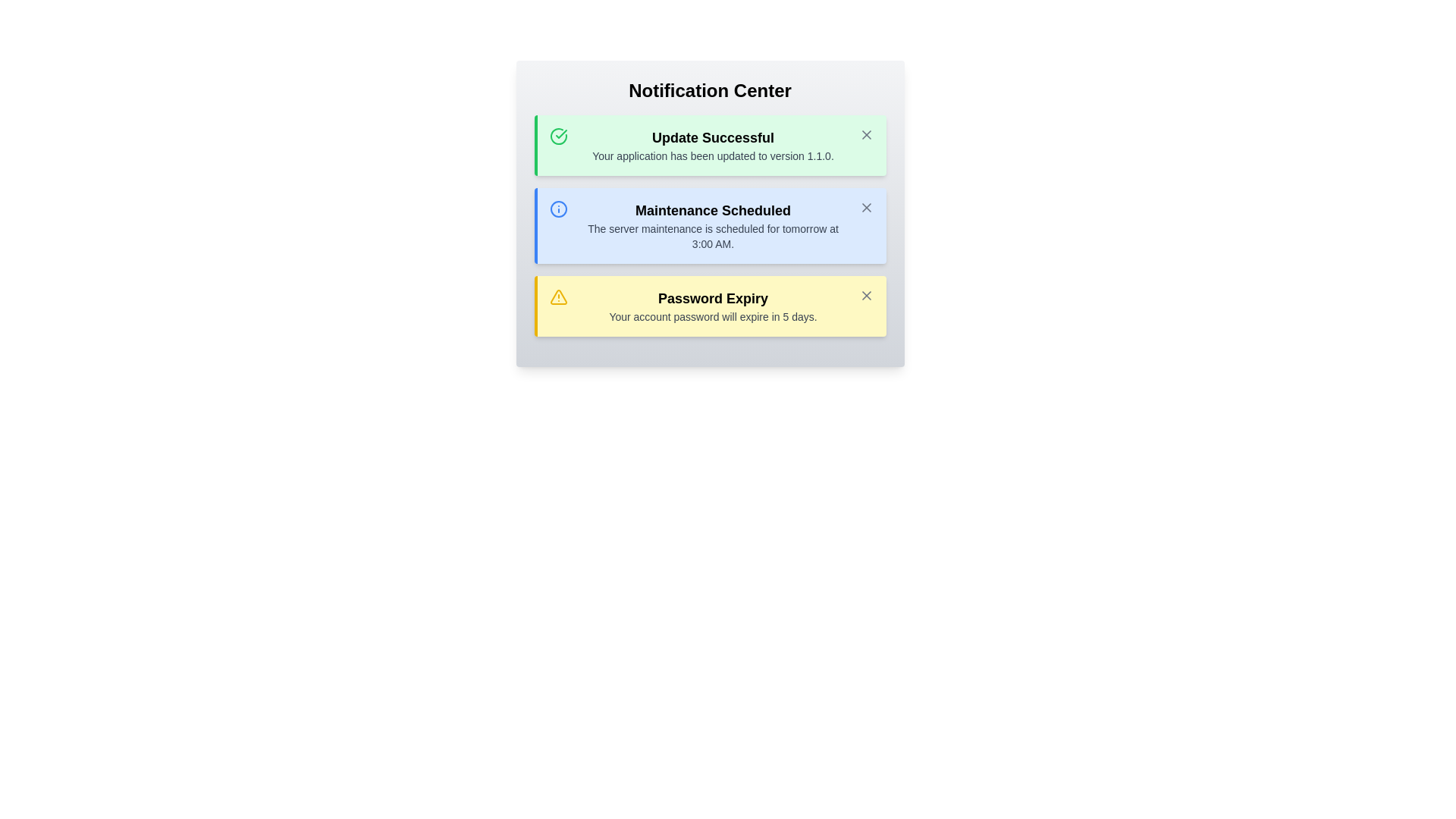  Describe the element at coordinates (560, 133) in the screenshot. I see `the green checkmark icon within the circular outline in the top-left corner of the notification card that indicates 'Update Successful'` at that location.